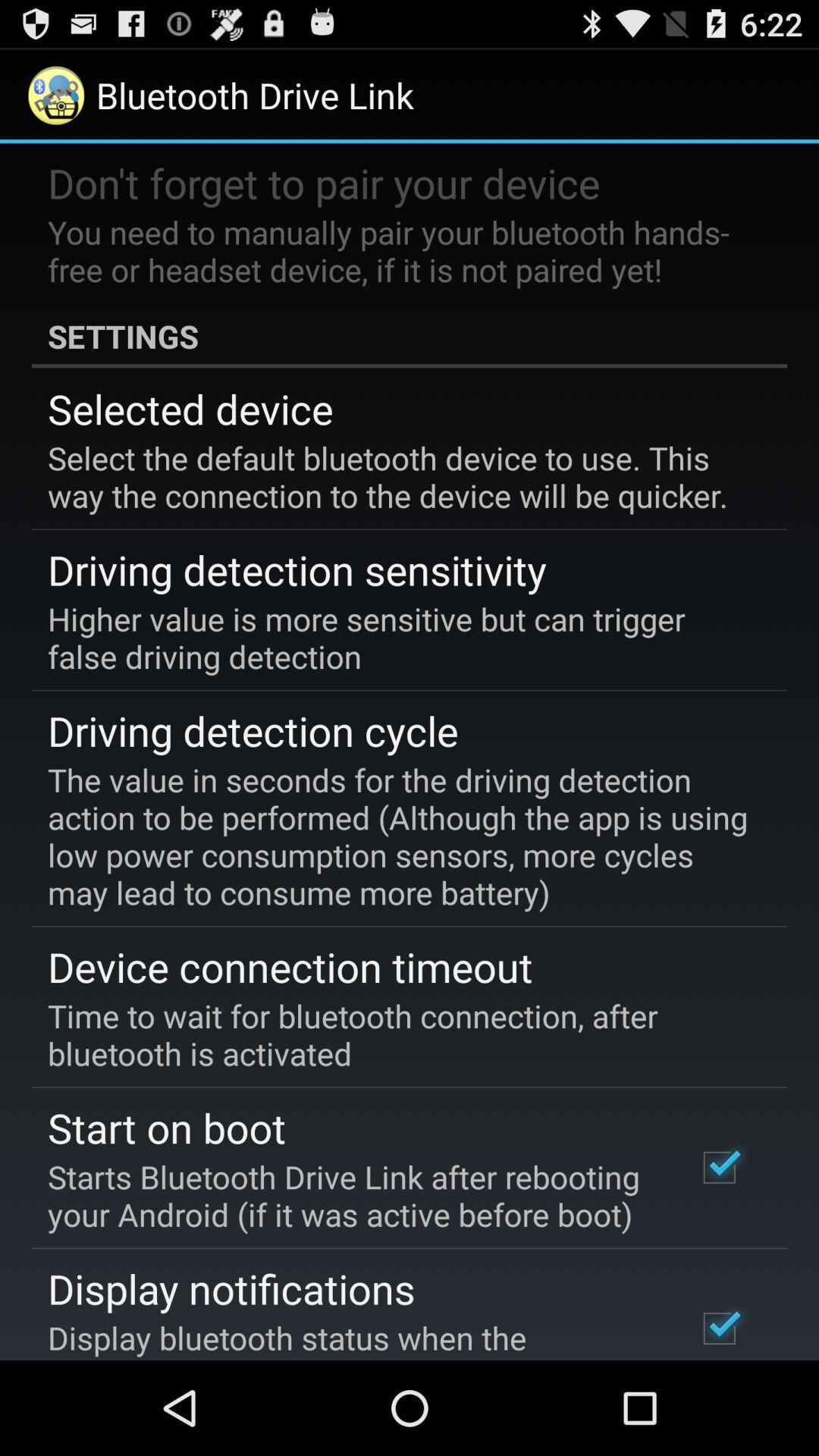 The width and height of the screenshot is (819, 1456). What do you see at coordinates (398, 250) in the screenshot?
I see `you need to app` at bounding box center [398, 250].